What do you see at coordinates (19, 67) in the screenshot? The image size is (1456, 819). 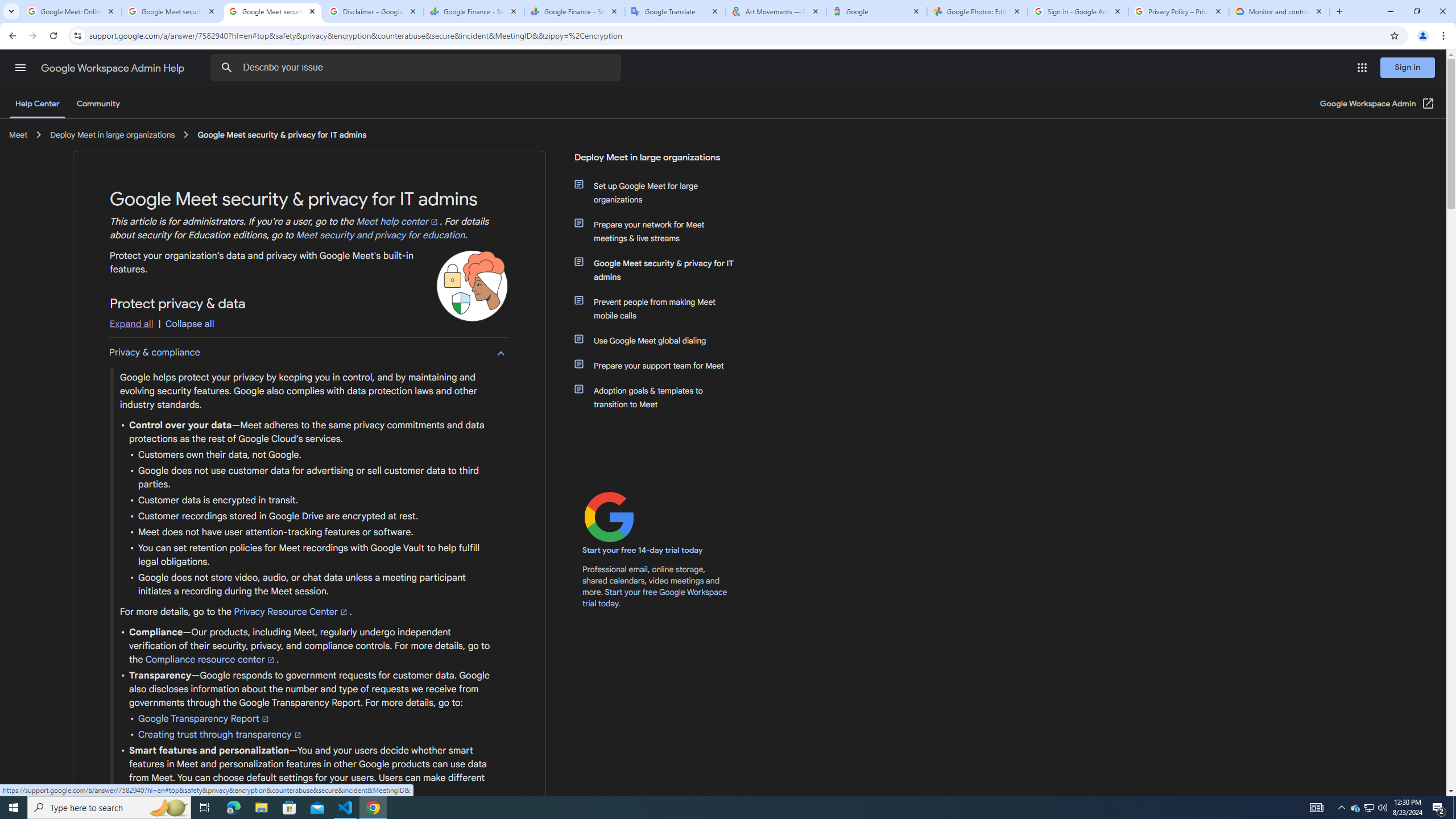 I see `'Main menu'` at bounding box center [19, 67].